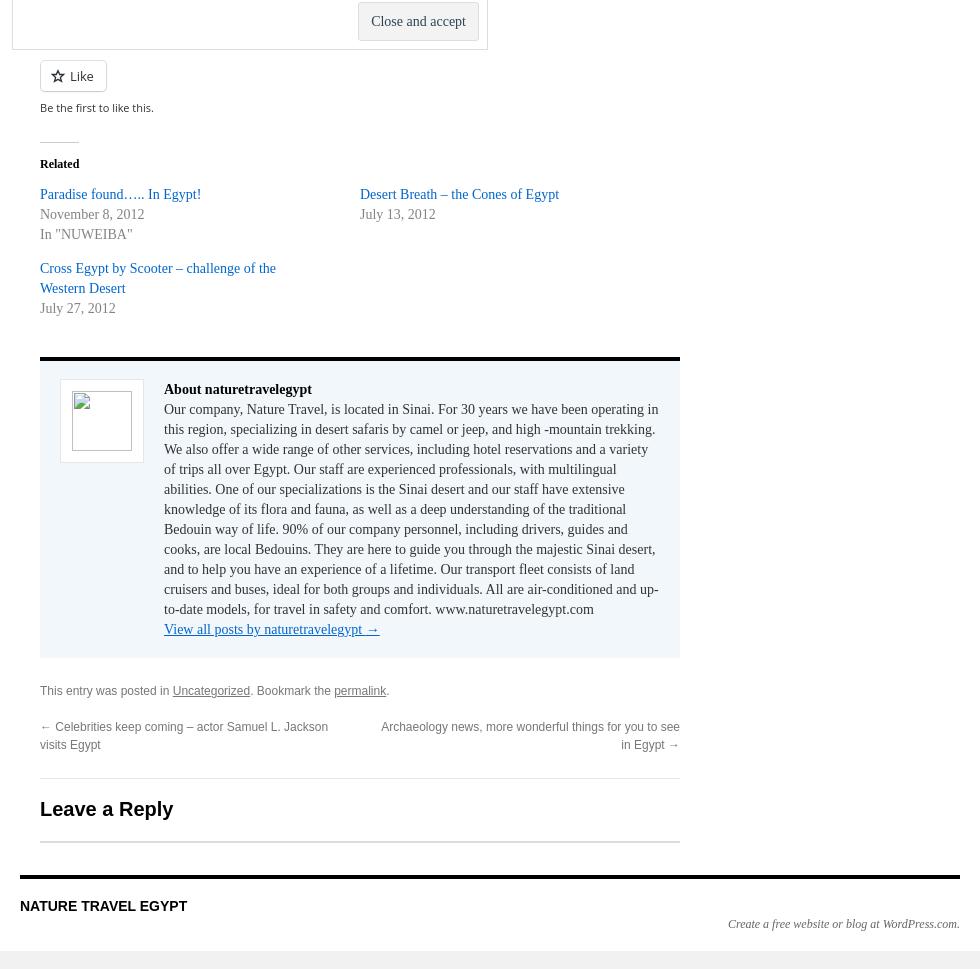 This screenshot has width=980, height=969. I want to click on 'Our company, Nature Travel, is located in Sinai. For 30 years we have been operating in this region, specializing in desert safaris by camel or jeep, and high -mountain trekking. We also offer a wide range of other services, including hotel reservations and a variety of trips all over Egypt.

Our staff are experienced professionals, with multilingual abilities. One of our specializations is the Sinai desert and our staff have extensive knowledge of its flora and fauna, as well as a deep understanding of the traditional Bedouin way of life. 90% of our company personnel, including drivers, guides and cooks, are local Bedouins. They are here to guide you through the majestic Sinai desert, and to help you have an experience of a lifetime.

Our transport fleet consists of land cruisers and buses, ideal for both groups and individuals. All are air-conditioned and up-to-date models, for travel in safety and comfort.
   www.naturetravelegypt.com', so click(163, 508).